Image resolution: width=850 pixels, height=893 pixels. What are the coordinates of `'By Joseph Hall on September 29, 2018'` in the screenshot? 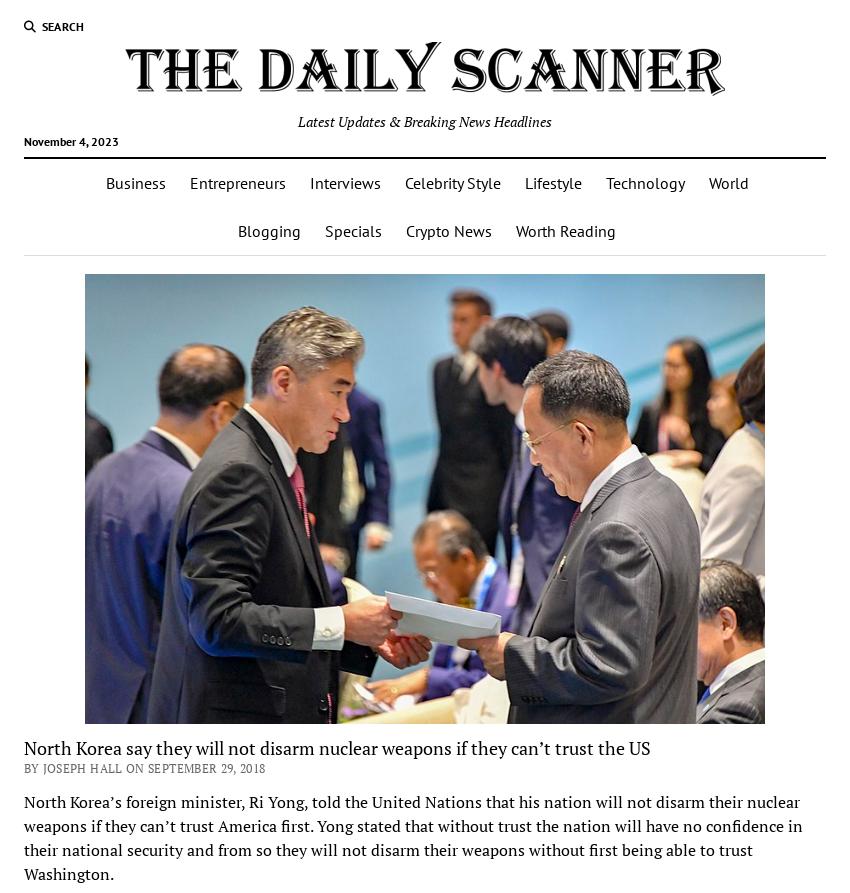 It's located at (143, 766).